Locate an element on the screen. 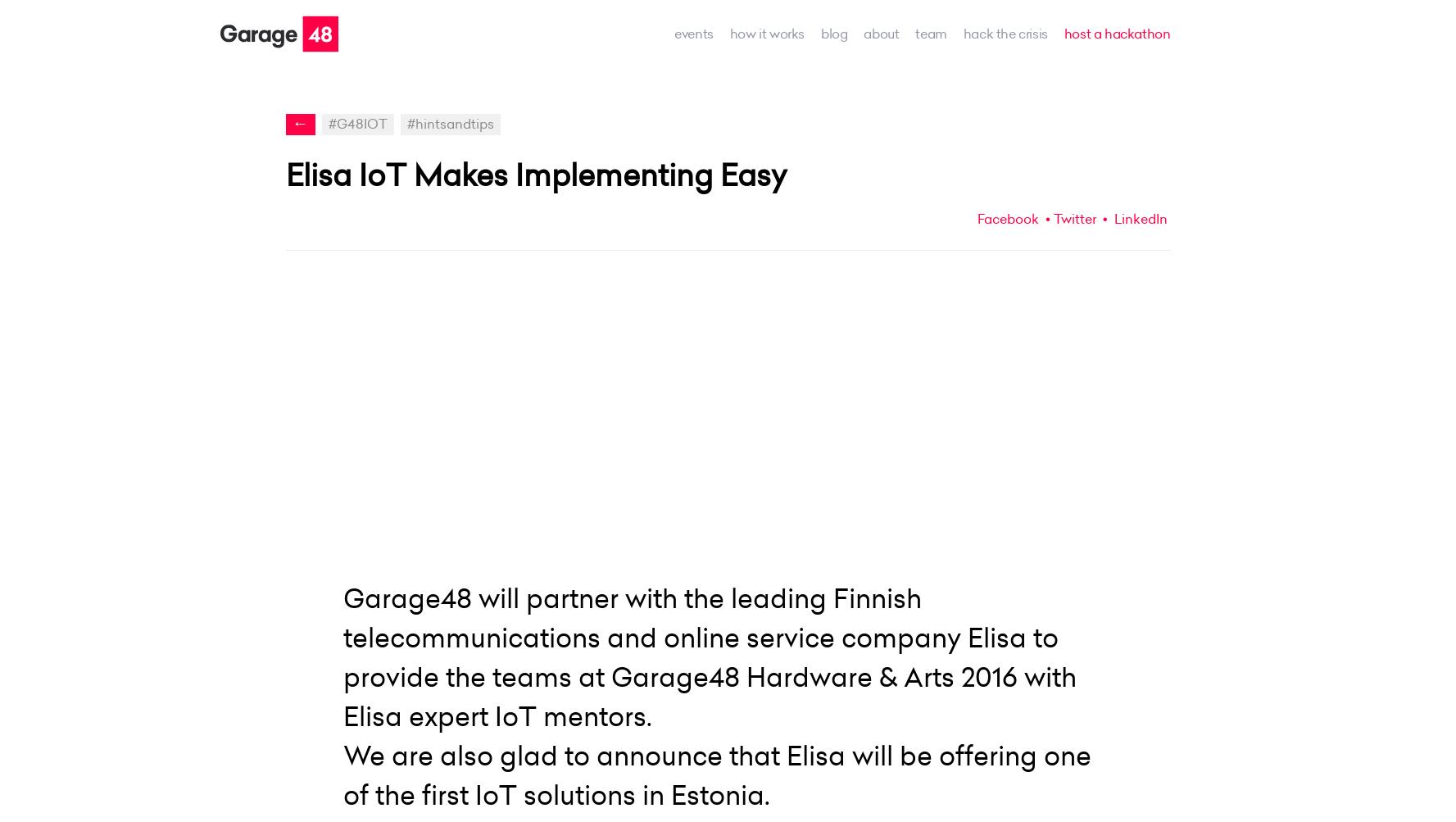  '#hintsandtips' is located at coordinates (448, 122).